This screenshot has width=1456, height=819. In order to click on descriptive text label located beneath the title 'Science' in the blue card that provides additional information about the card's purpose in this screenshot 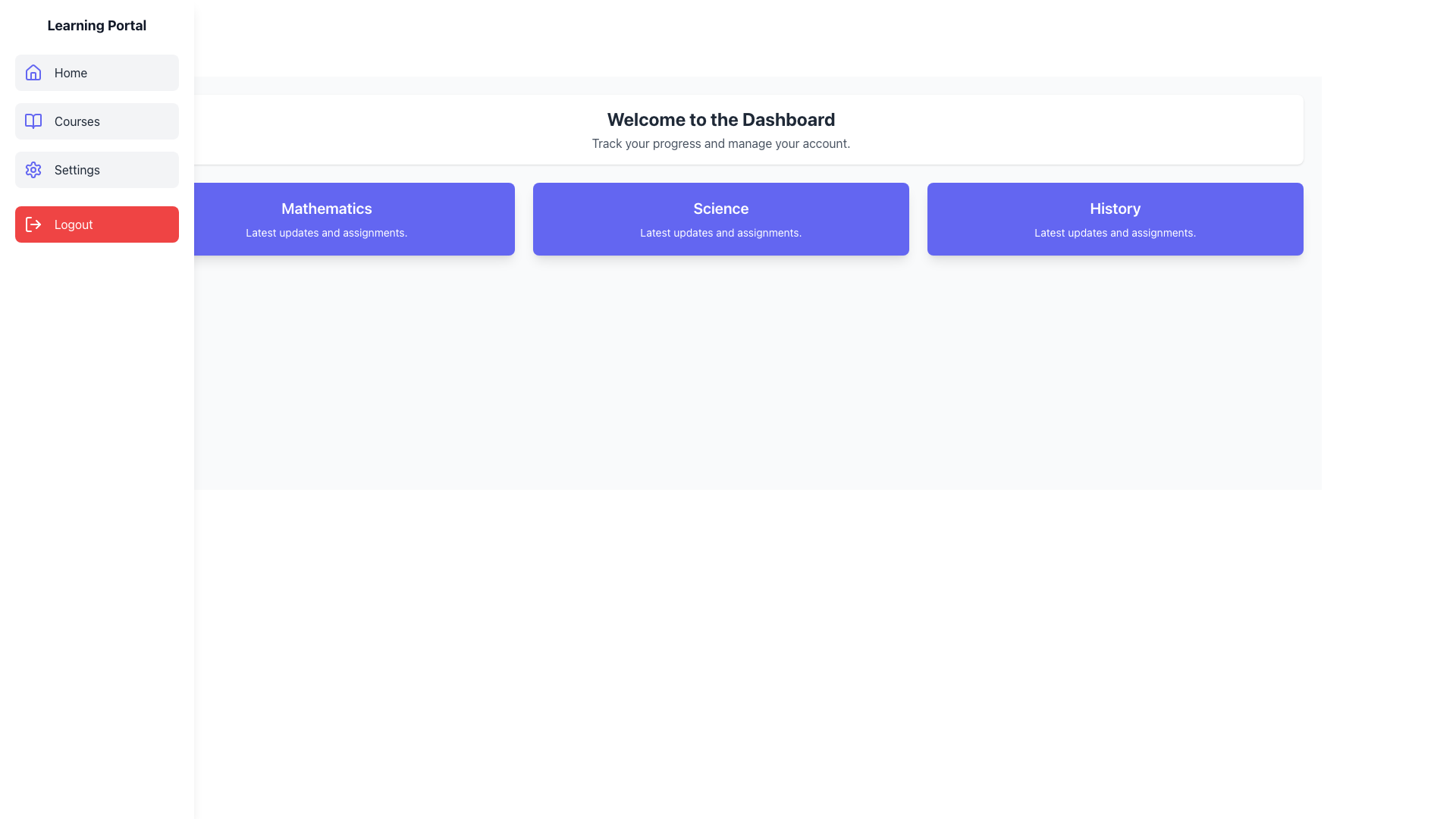, I will do `click(720, 233)`.